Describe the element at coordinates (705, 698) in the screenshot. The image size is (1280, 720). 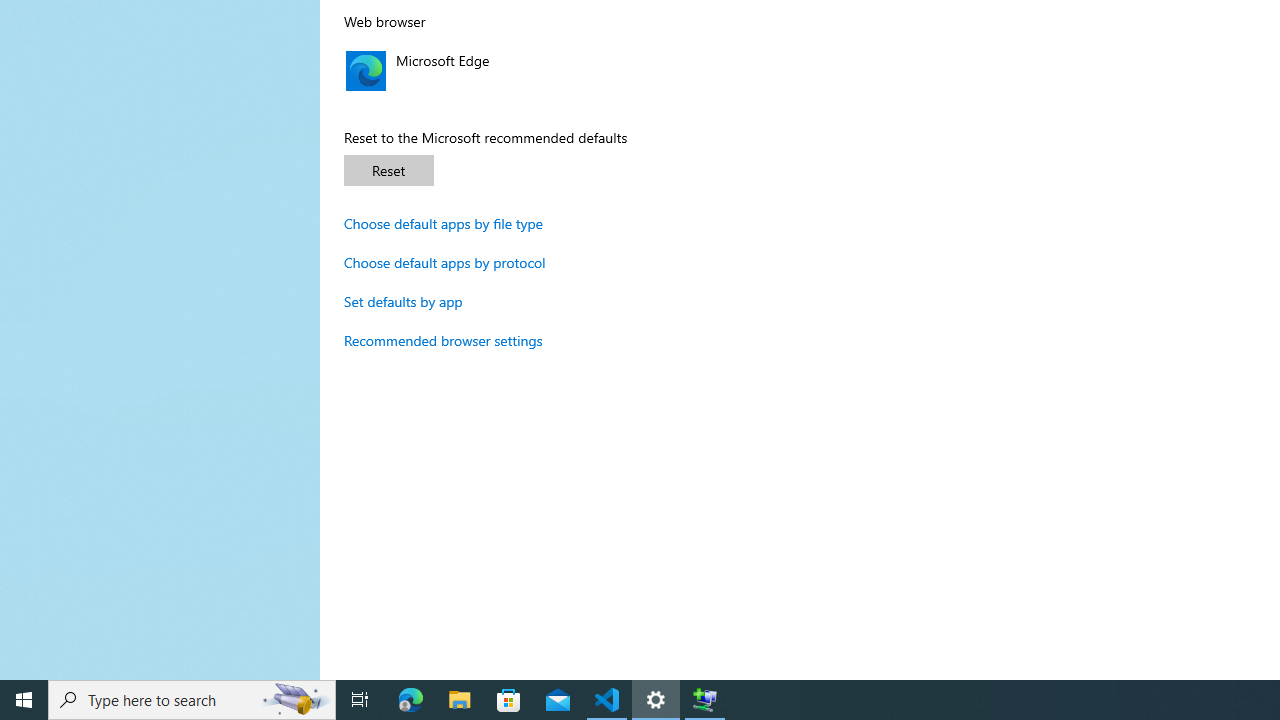
I see `'Extensible Wizards Host Process - 1 running window'` at that location.